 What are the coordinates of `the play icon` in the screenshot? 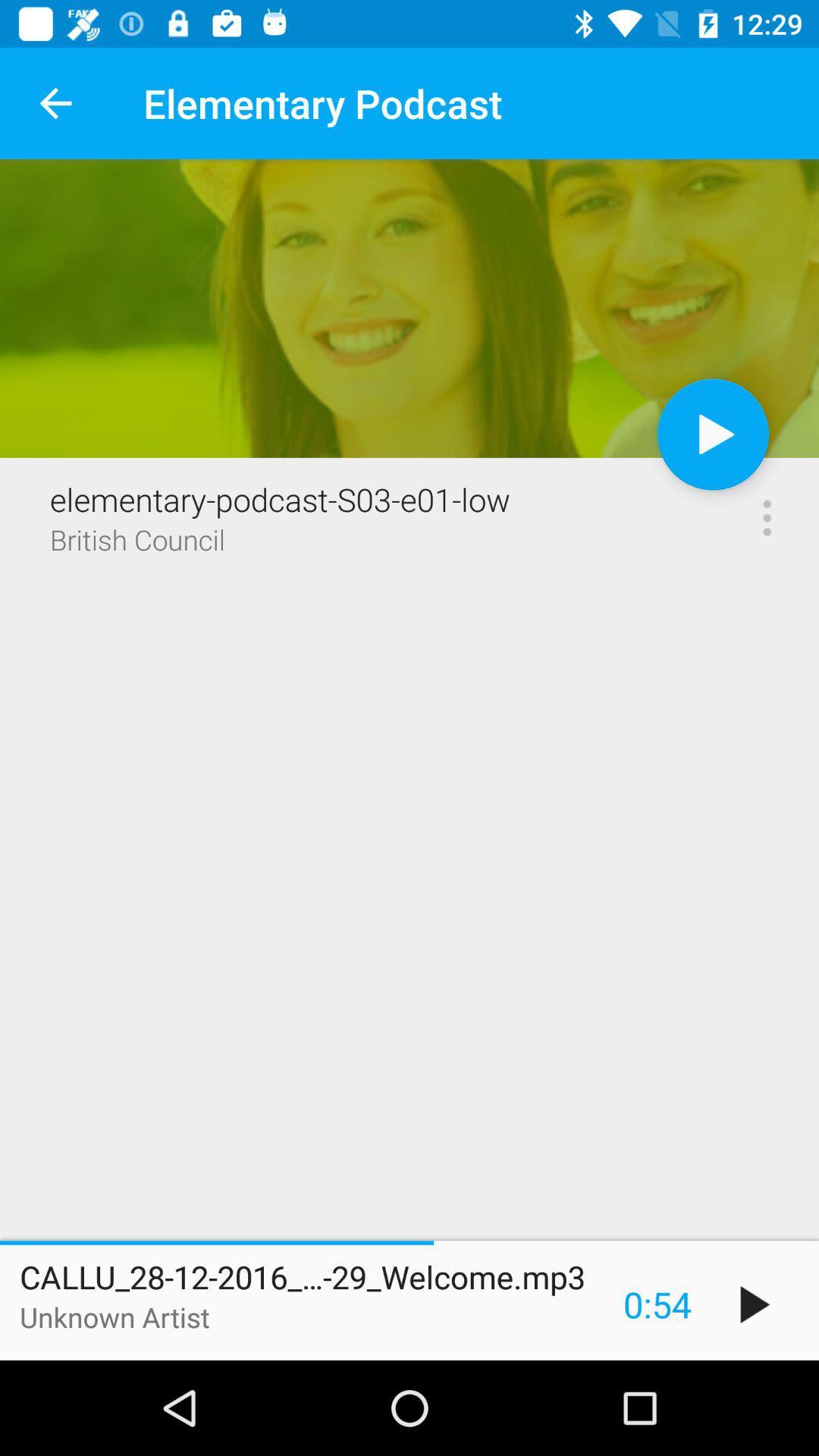 It's located at (755, 1304).